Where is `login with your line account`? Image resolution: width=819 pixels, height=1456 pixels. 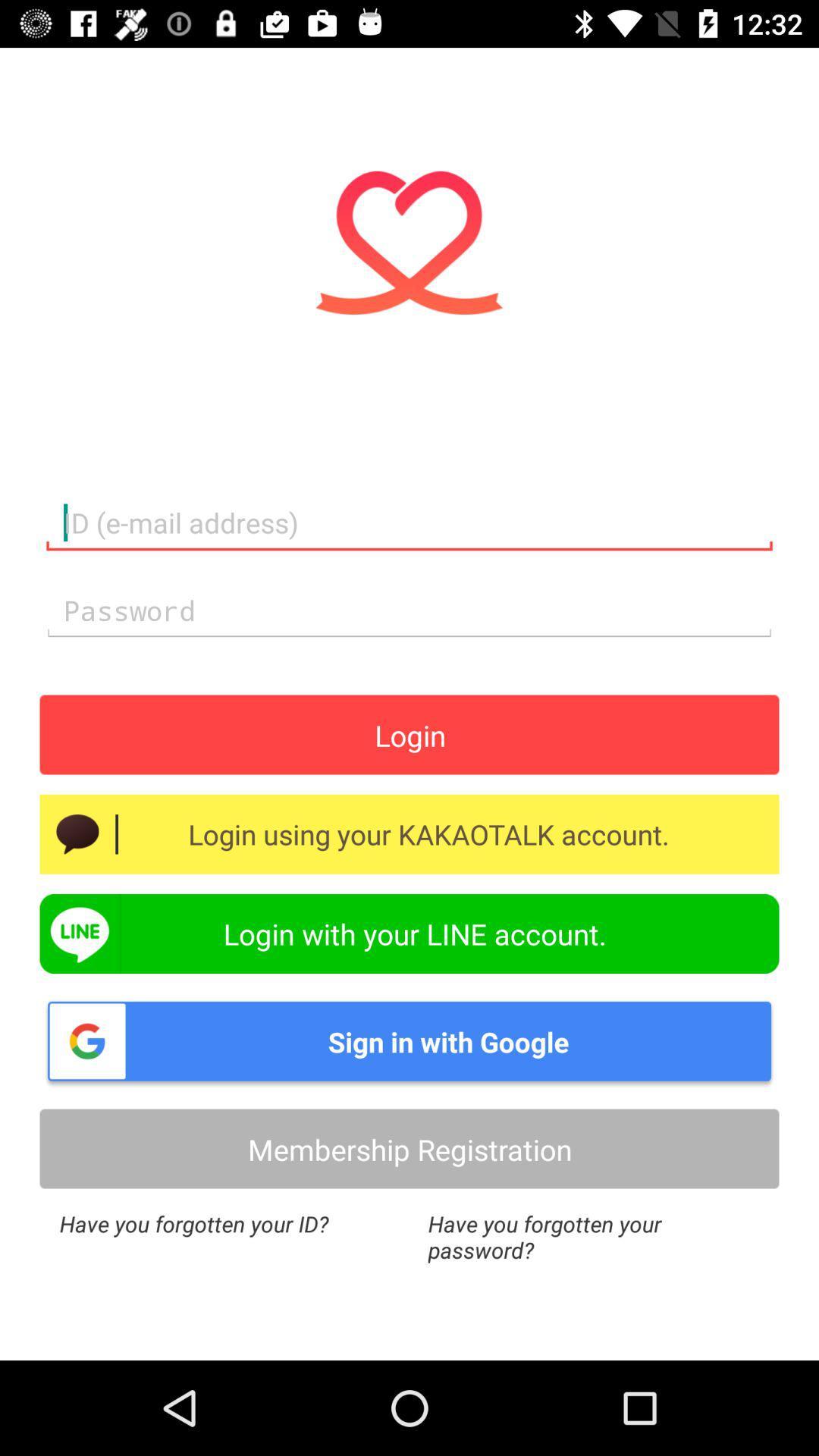
login with your line account is located at coordinates (409, 933).